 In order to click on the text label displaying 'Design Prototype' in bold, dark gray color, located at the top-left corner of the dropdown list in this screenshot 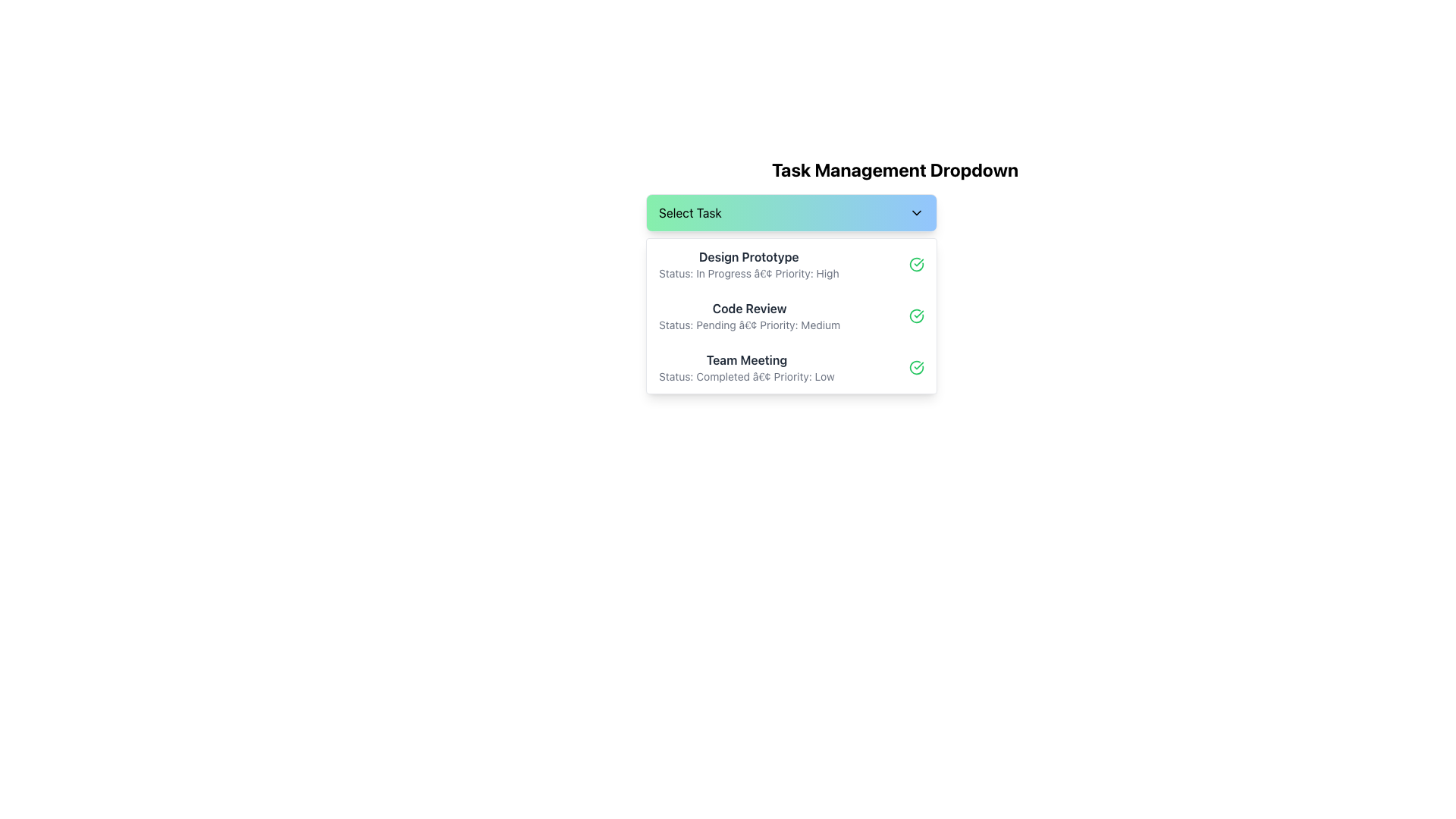, I will do `click(748, 256)`.